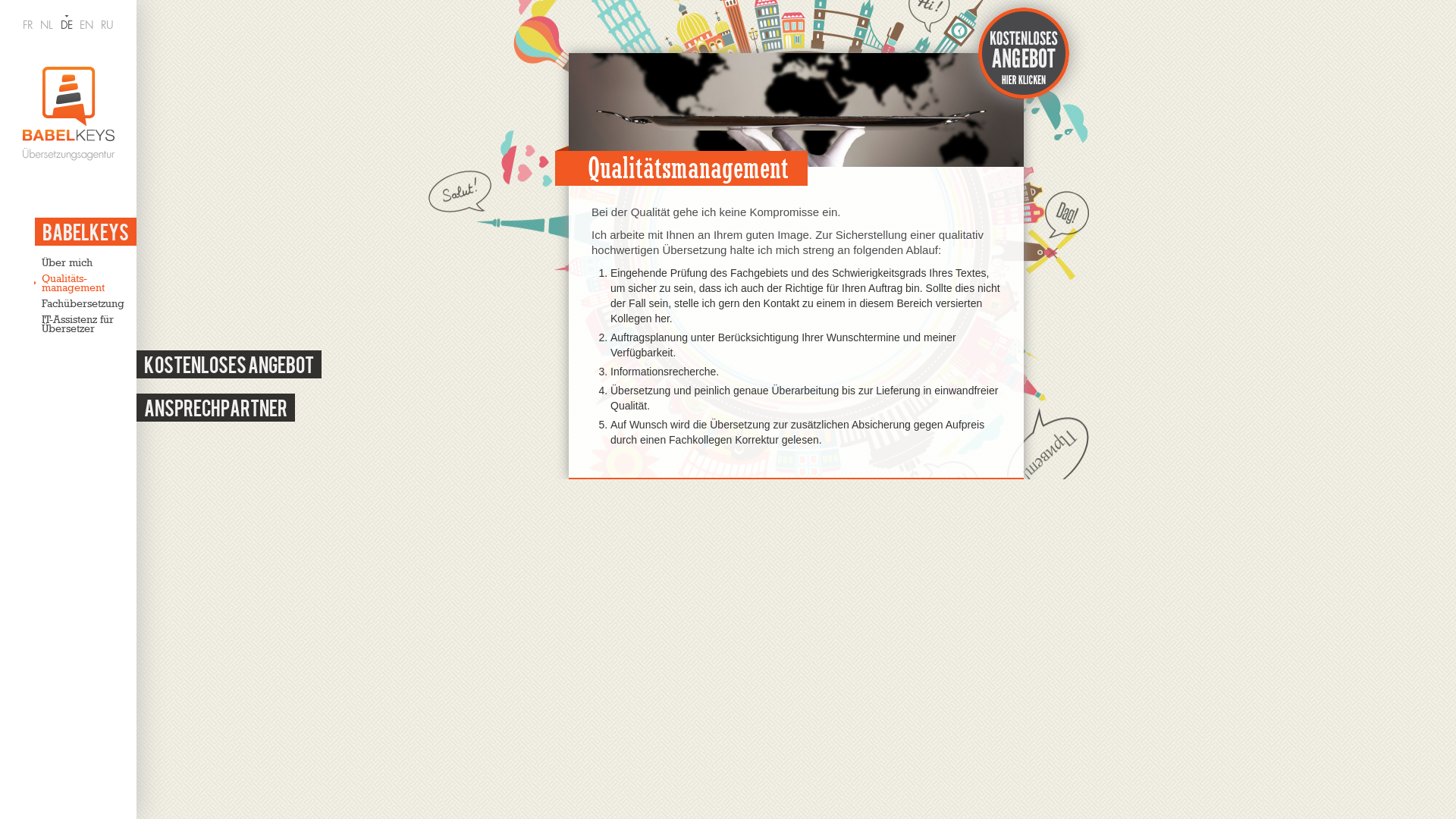 This screenshot has height=819, width=1456. Describe the element at coordinates (86, 25) in the screenshot. I see `'EN'` at that location.